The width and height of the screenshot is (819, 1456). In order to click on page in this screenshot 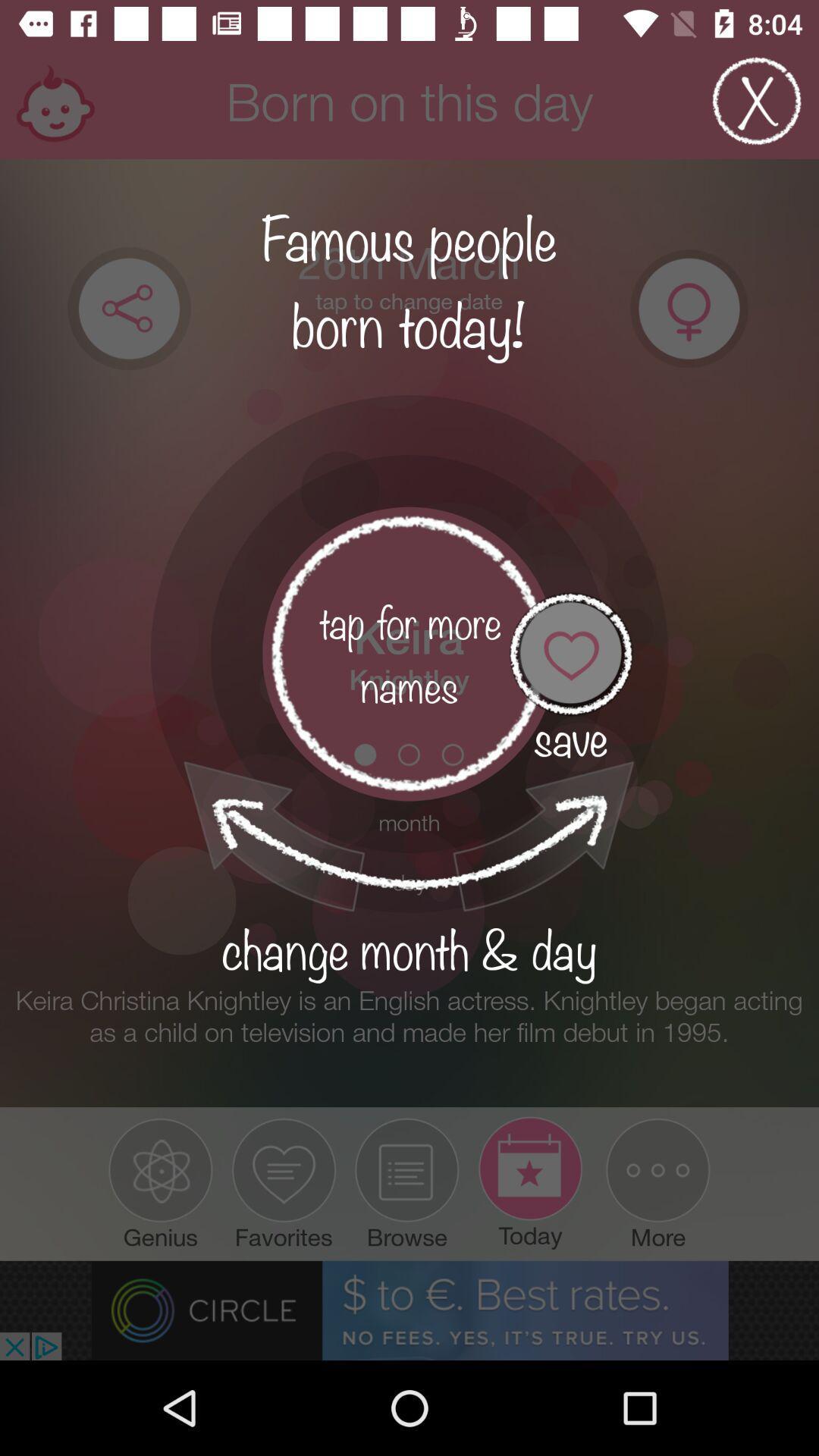, I will do `click(757, 100)`.